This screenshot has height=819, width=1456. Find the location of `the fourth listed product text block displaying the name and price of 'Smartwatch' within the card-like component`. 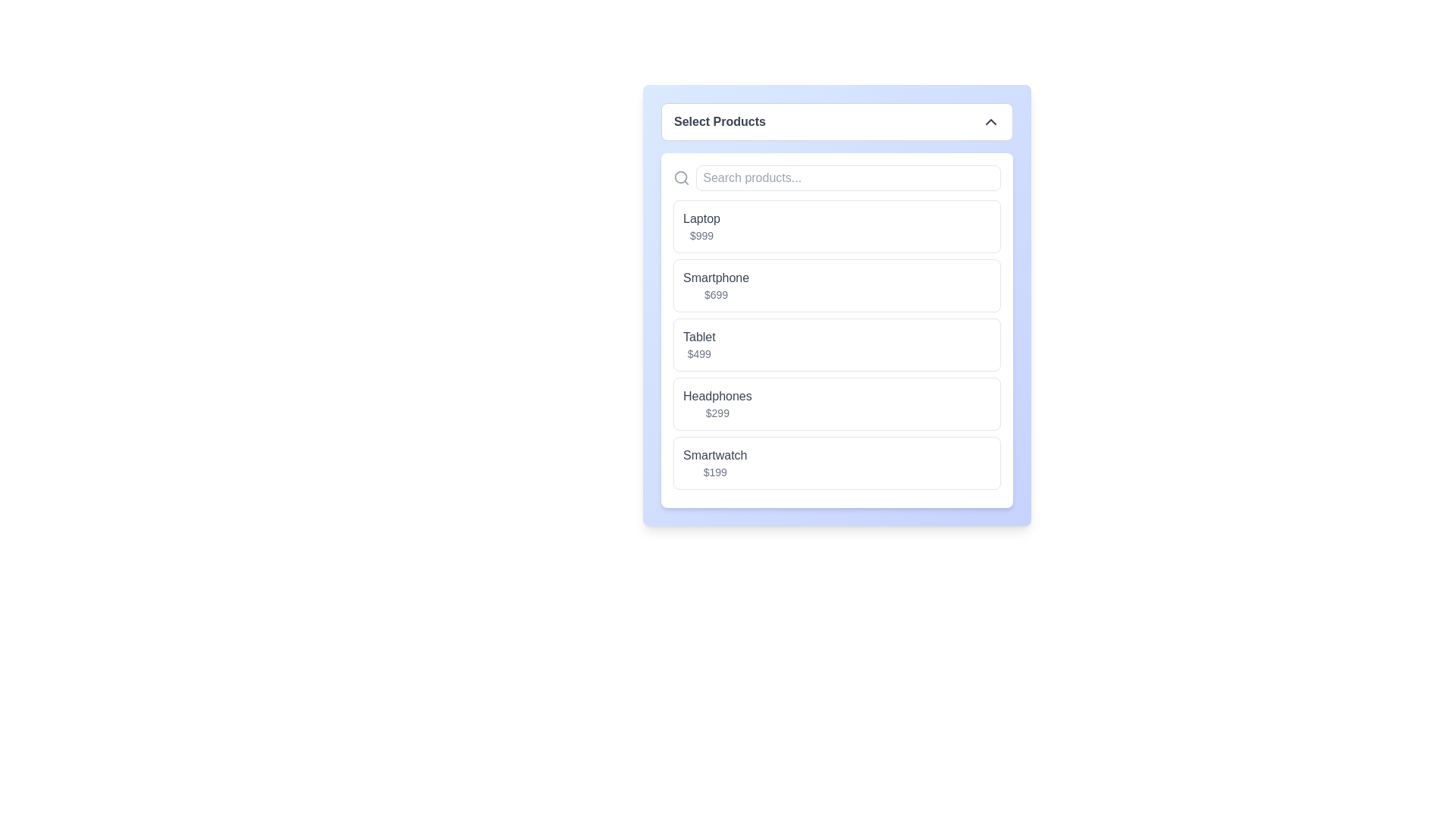

the fourth listed product text block displaying the name and price of 'Smartwatch' within the card-like component is located at coordinates (714, 462).